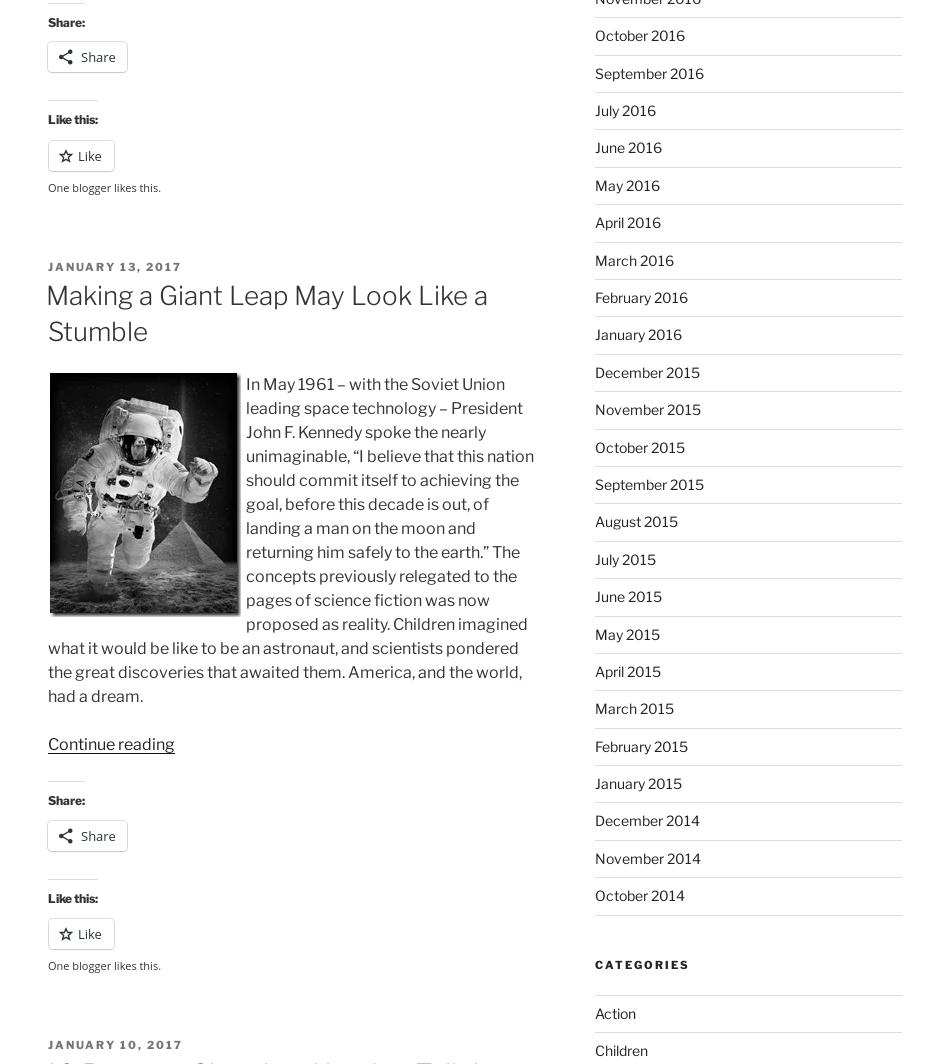 This screenshot has width=950, height=1064. What do you see at coordinates (594, 147) in the screenshot?
I see `'June 2016'` at bounding box center [594, 147].